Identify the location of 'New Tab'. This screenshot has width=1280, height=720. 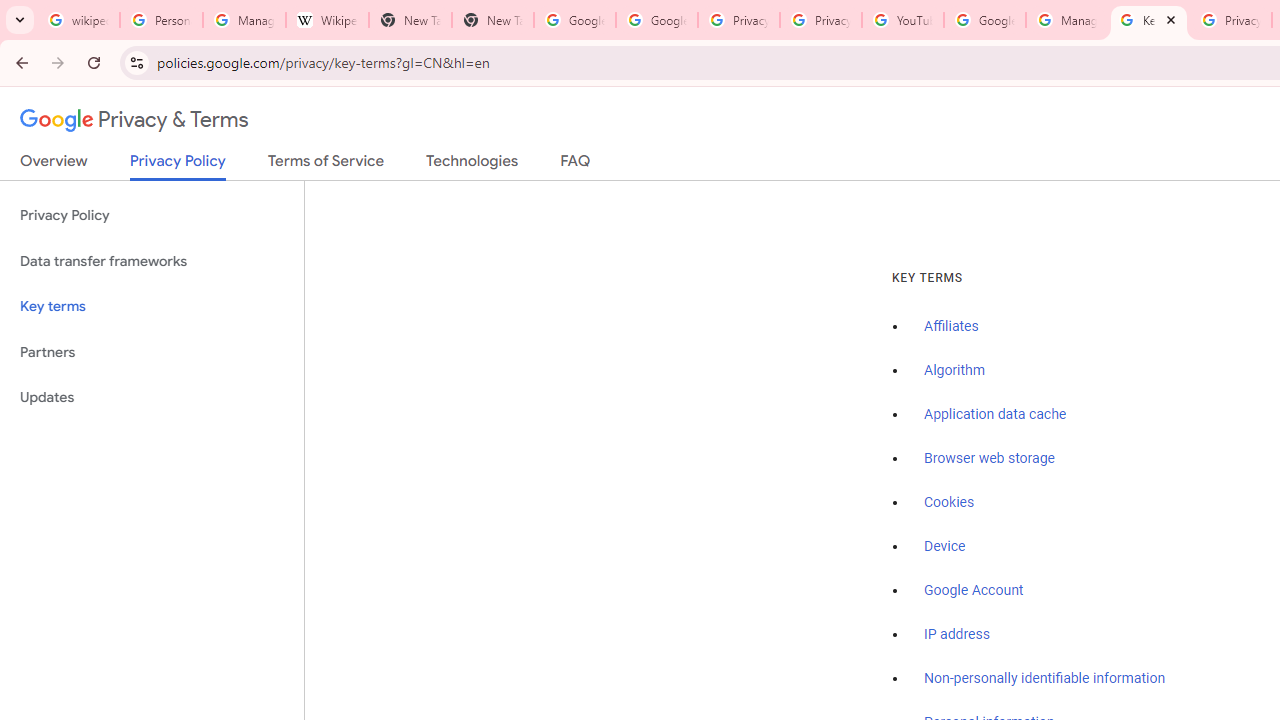
(409, 20).